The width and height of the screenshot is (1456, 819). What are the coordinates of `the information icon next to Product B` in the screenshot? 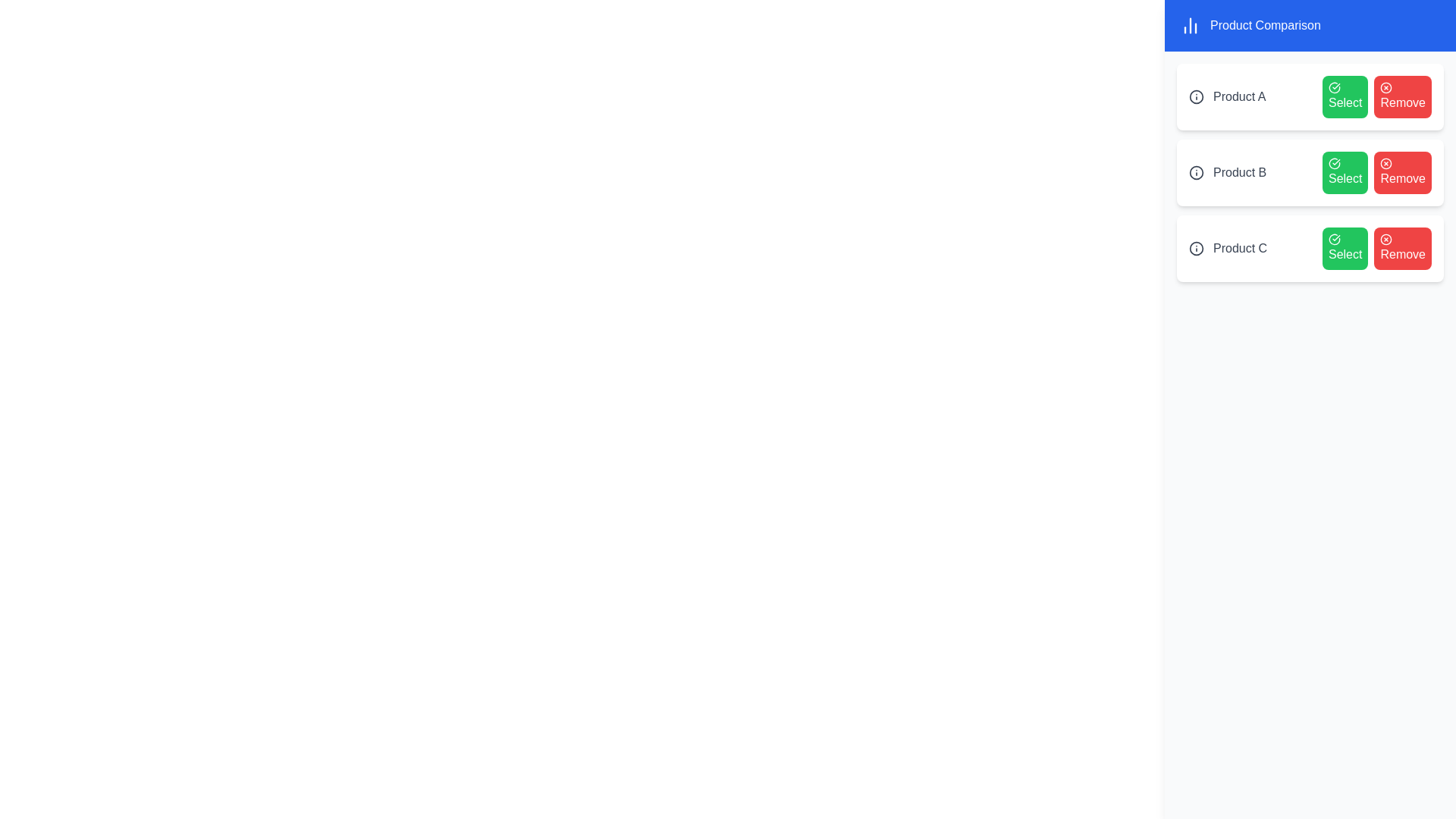 It's located at (1196, 171).